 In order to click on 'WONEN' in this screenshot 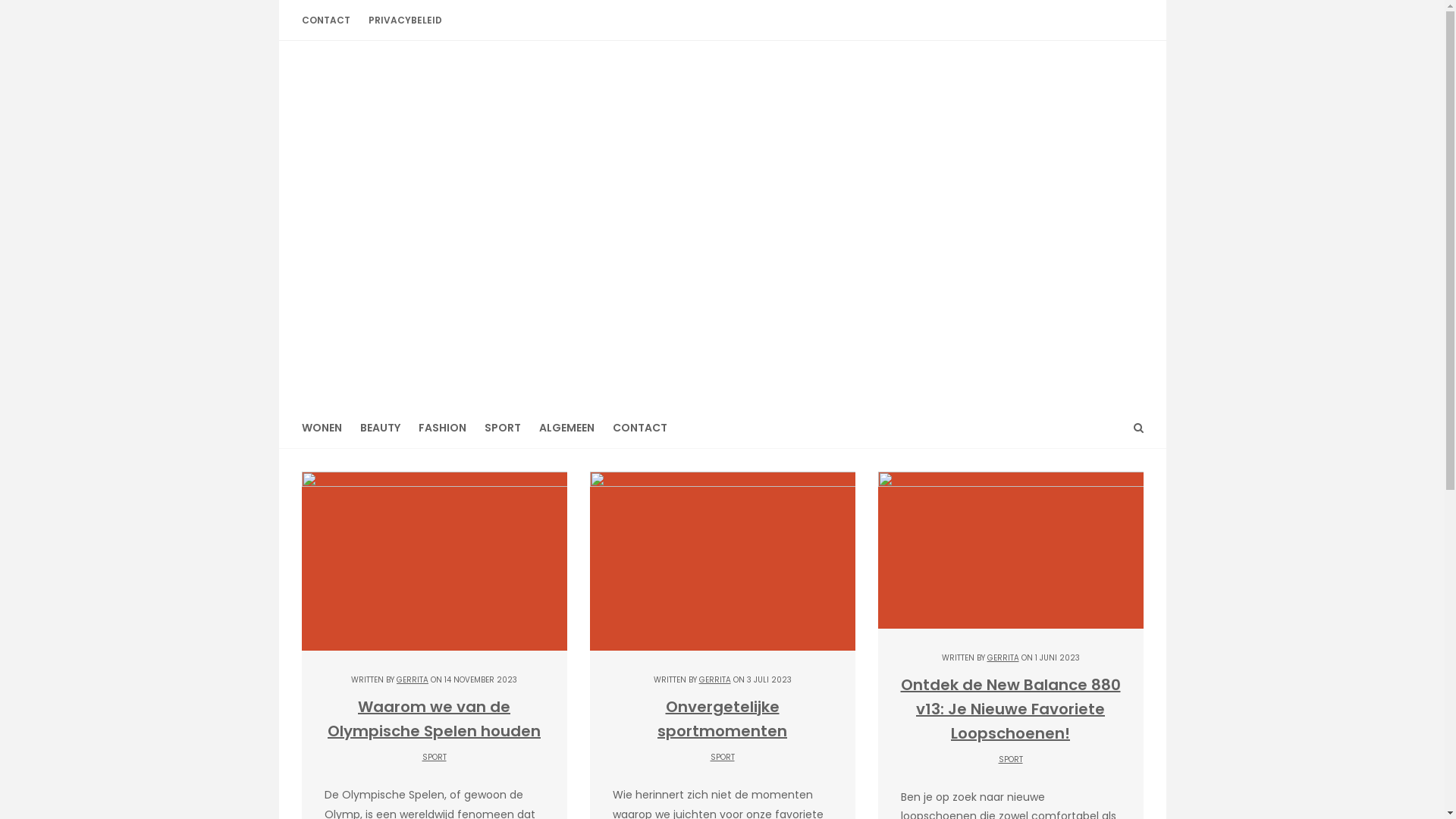, I will do `click(325, 428)`.